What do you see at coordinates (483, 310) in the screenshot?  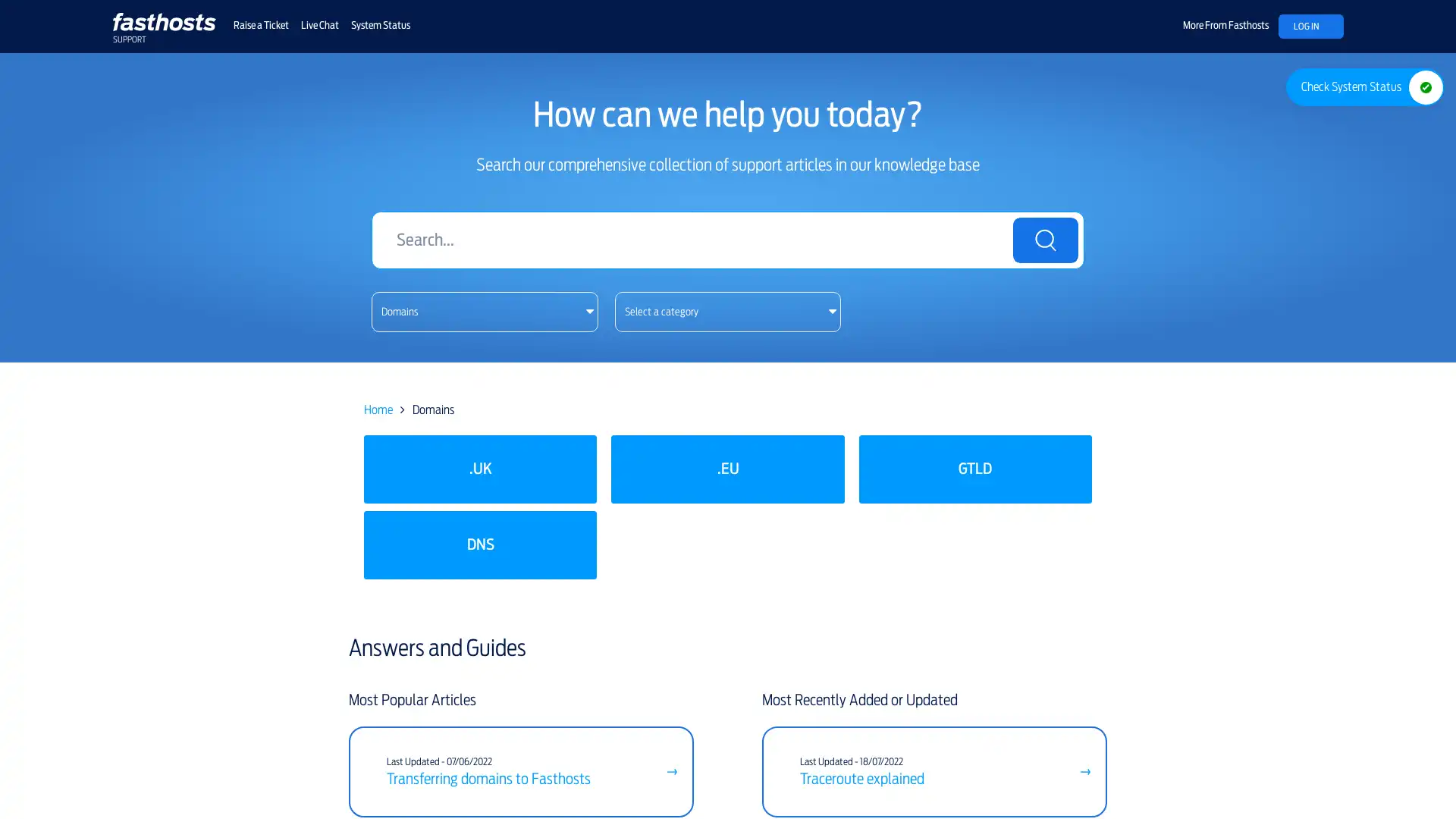 I see `This button does not work with screen readers. Please use the previous link instead. Domains` at bounding box center [483, 310].